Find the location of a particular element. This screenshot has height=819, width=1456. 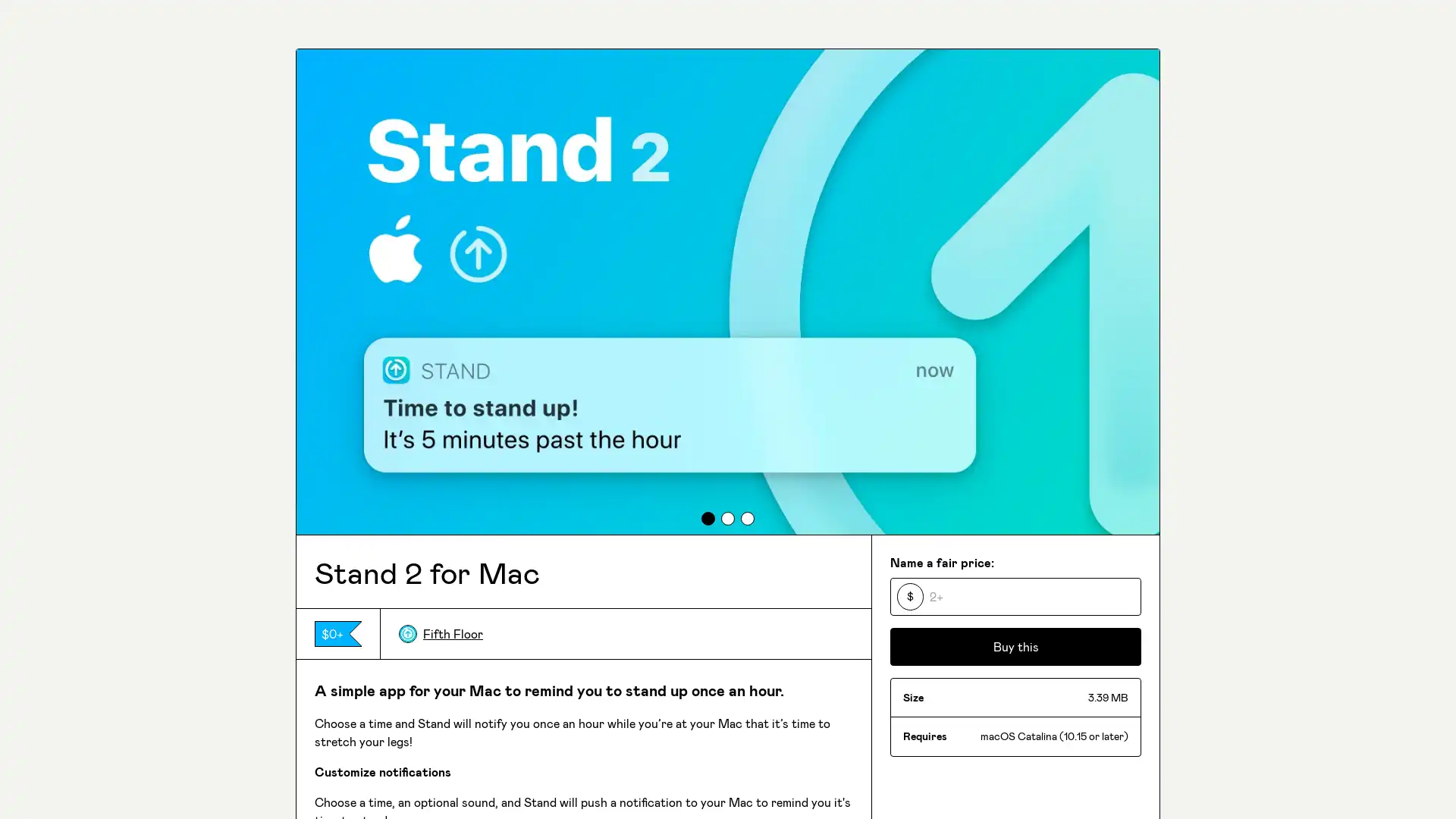

Buy this is located at coordinates (1015, 646).